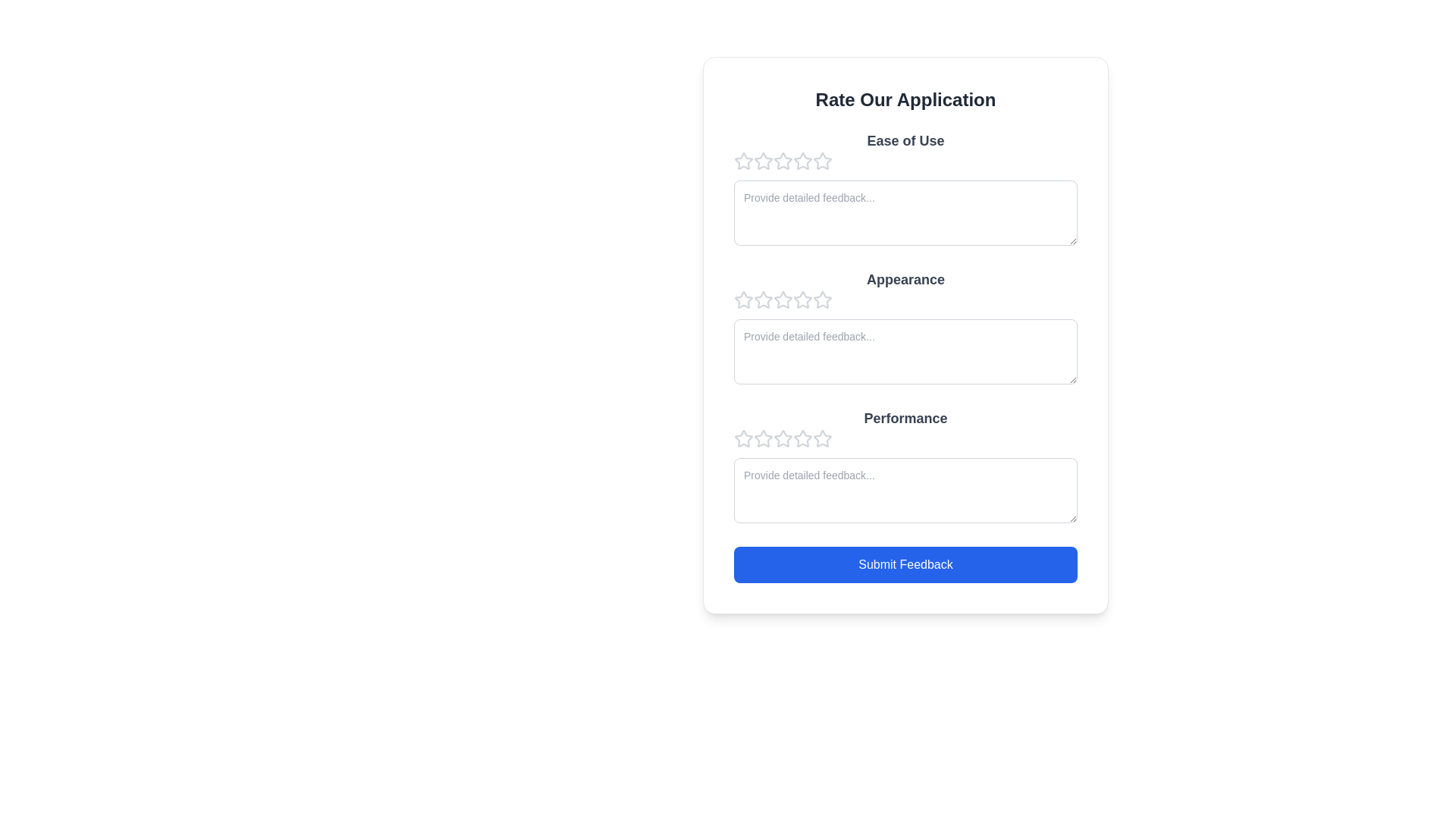  I want to click on the first star-shaped rating icon with a gray border located under the 'Appearance' label to rate it, so click(743, 300).